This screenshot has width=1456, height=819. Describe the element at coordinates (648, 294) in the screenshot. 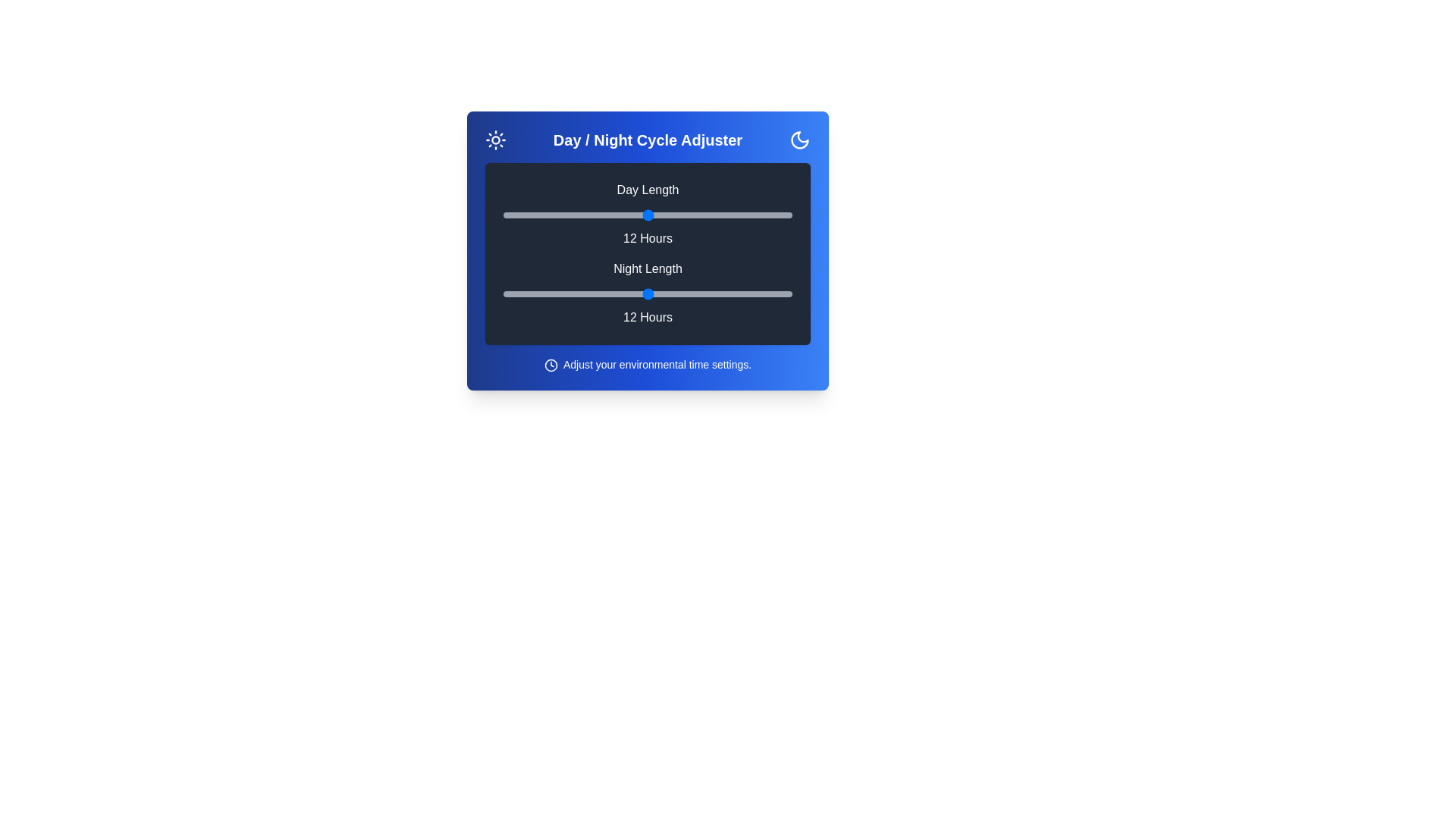

I see `the 'Night Length' slider to 12 hours` at that location.